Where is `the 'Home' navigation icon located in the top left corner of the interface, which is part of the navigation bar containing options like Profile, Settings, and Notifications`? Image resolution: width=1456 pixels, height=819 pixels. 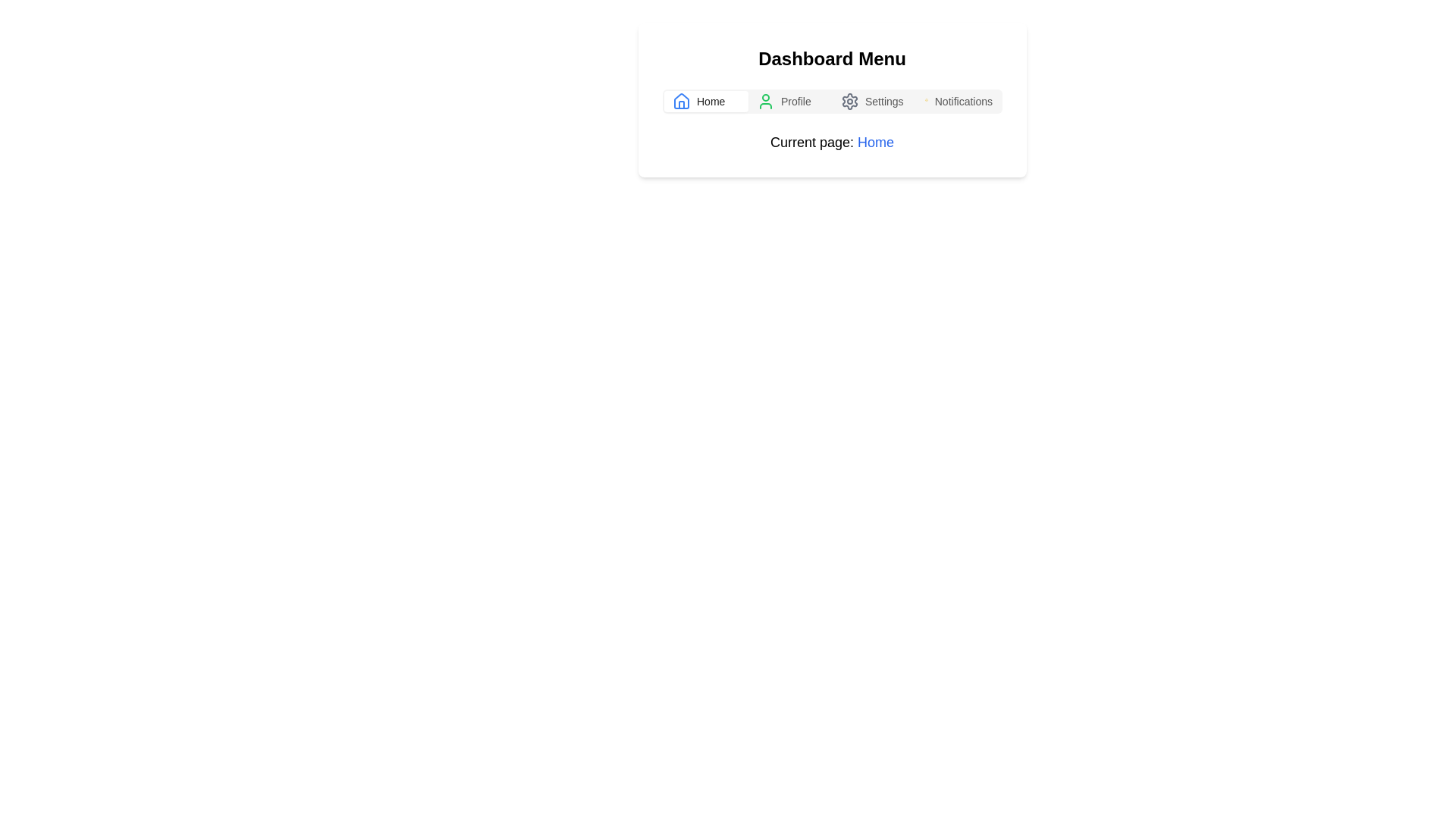
the 'Home' navigation icon located in the top left corner of the interface, which is part of the navigation bar containing options like Profile, Settings, and Notifications is located at coordinates (680, 101).